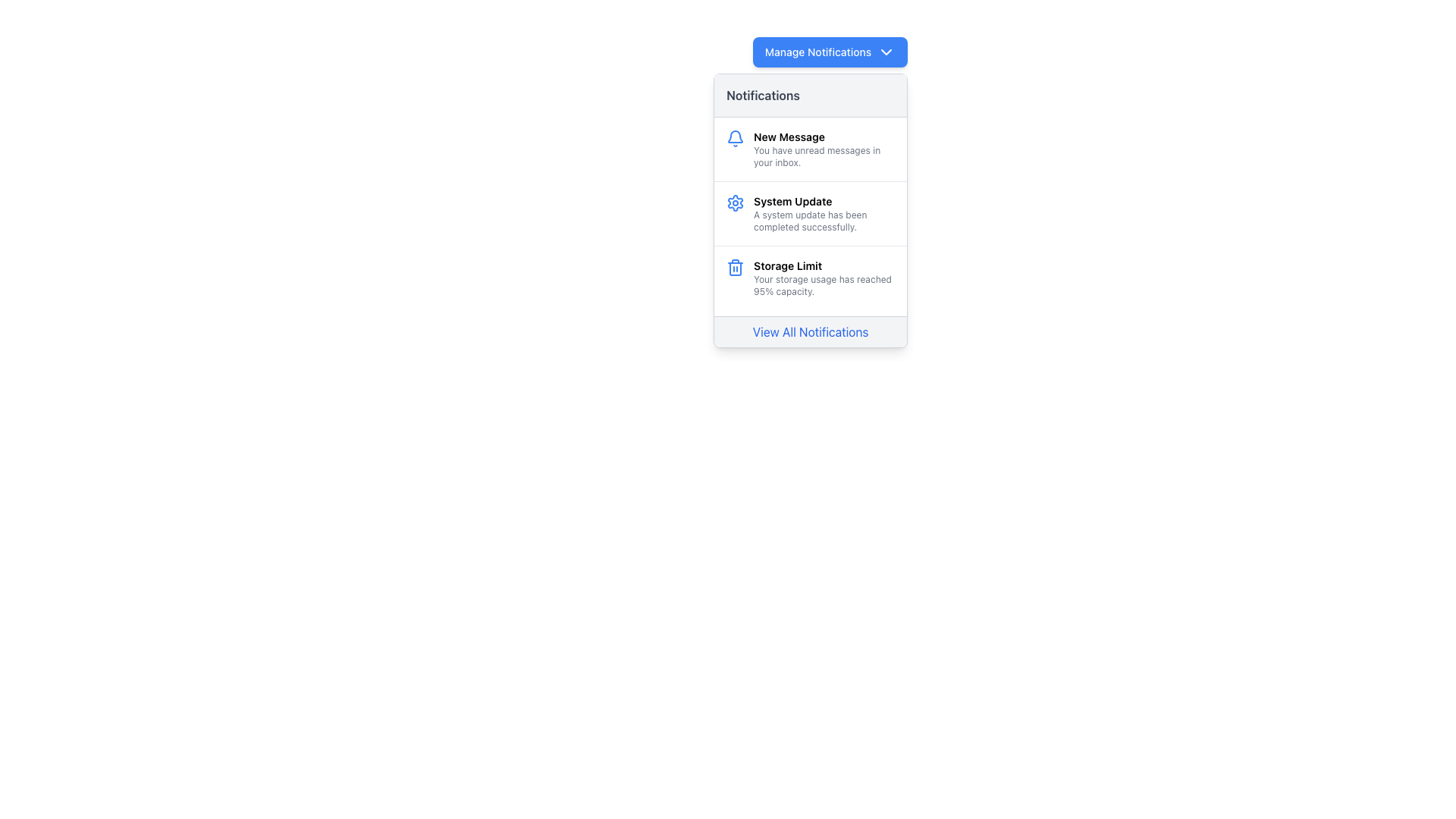  I want to click on the chevron icon located on the rightmost edge of the 'Manage Notifications' button, so click(886, 52).